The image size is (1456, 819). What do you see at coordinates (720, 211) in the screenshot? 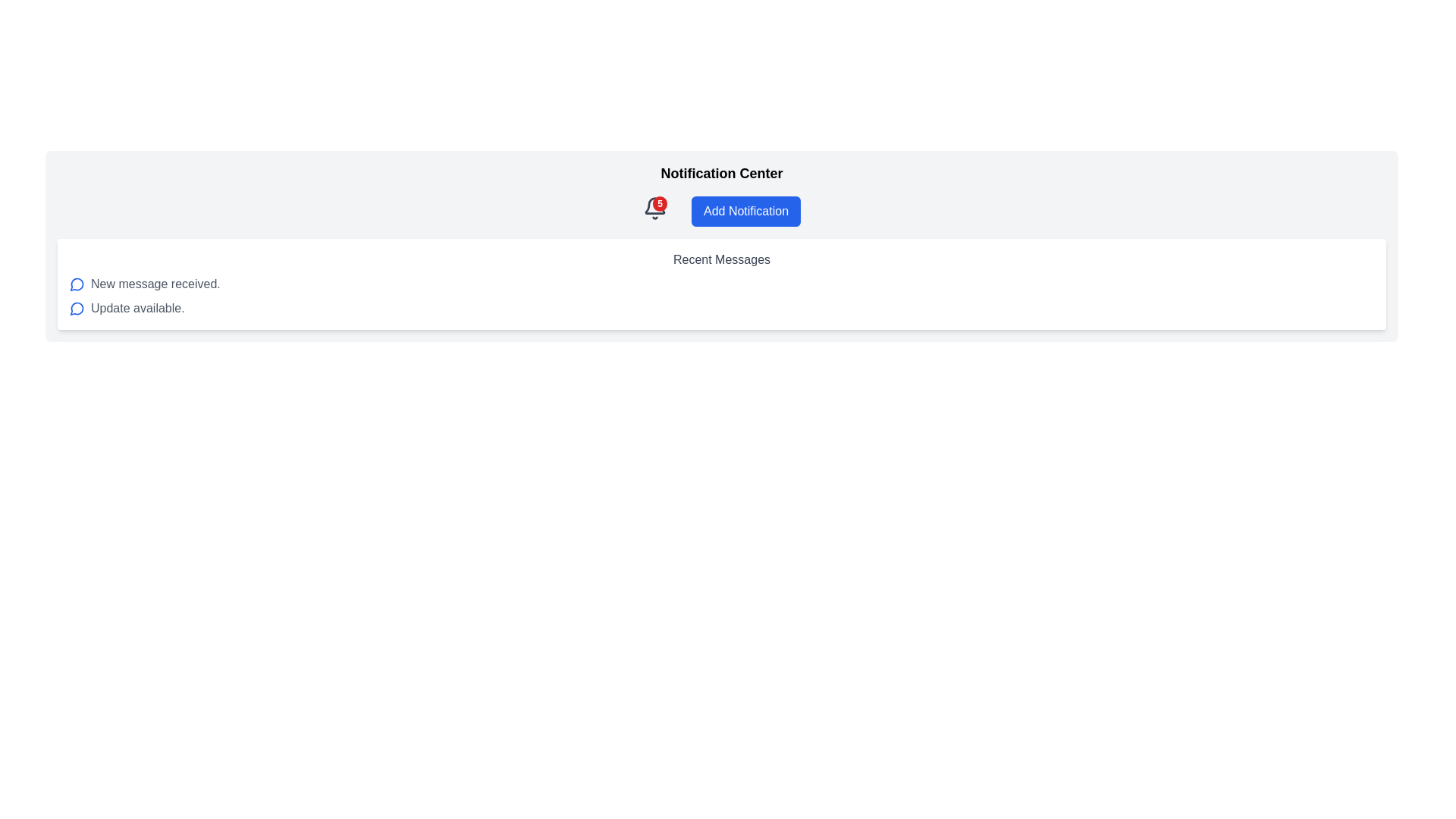
I see `the button that initiates the process of adding a new notification in the Notification Center interface` at bounding box center [720, 211].